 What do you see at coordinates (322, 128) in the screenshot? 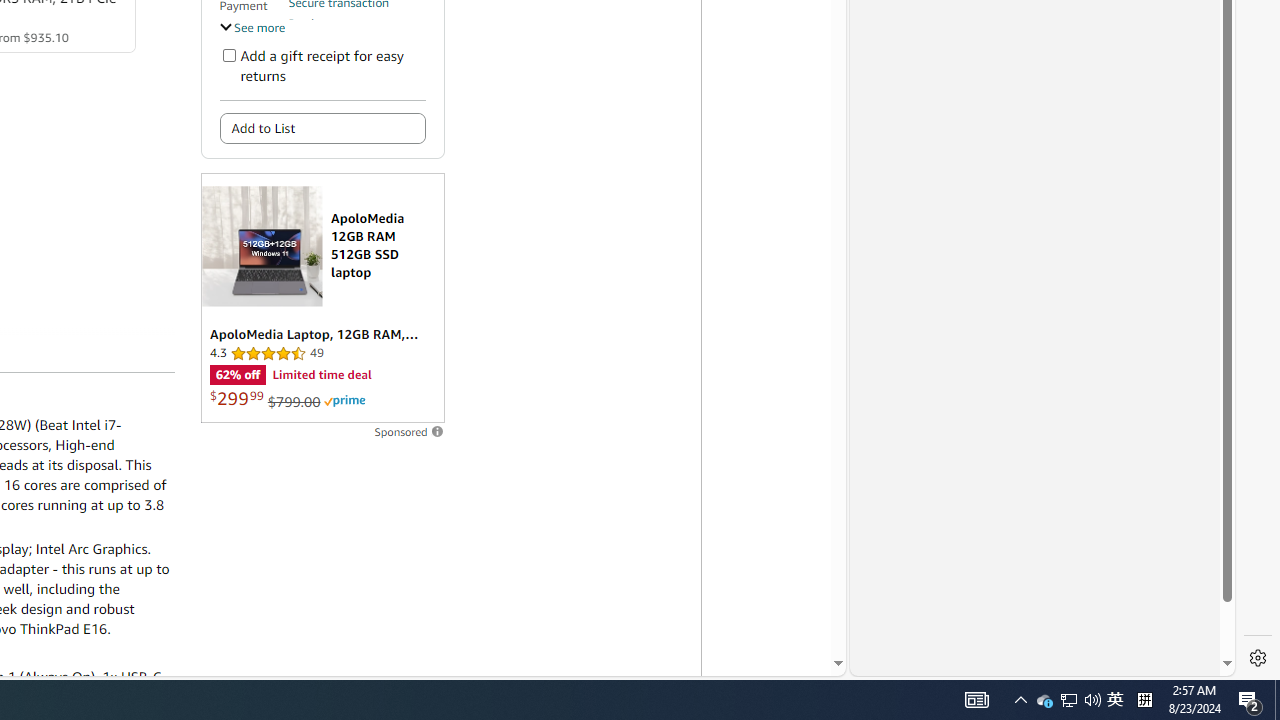
I see `'Add to List'` at bounding box center [322, 128].